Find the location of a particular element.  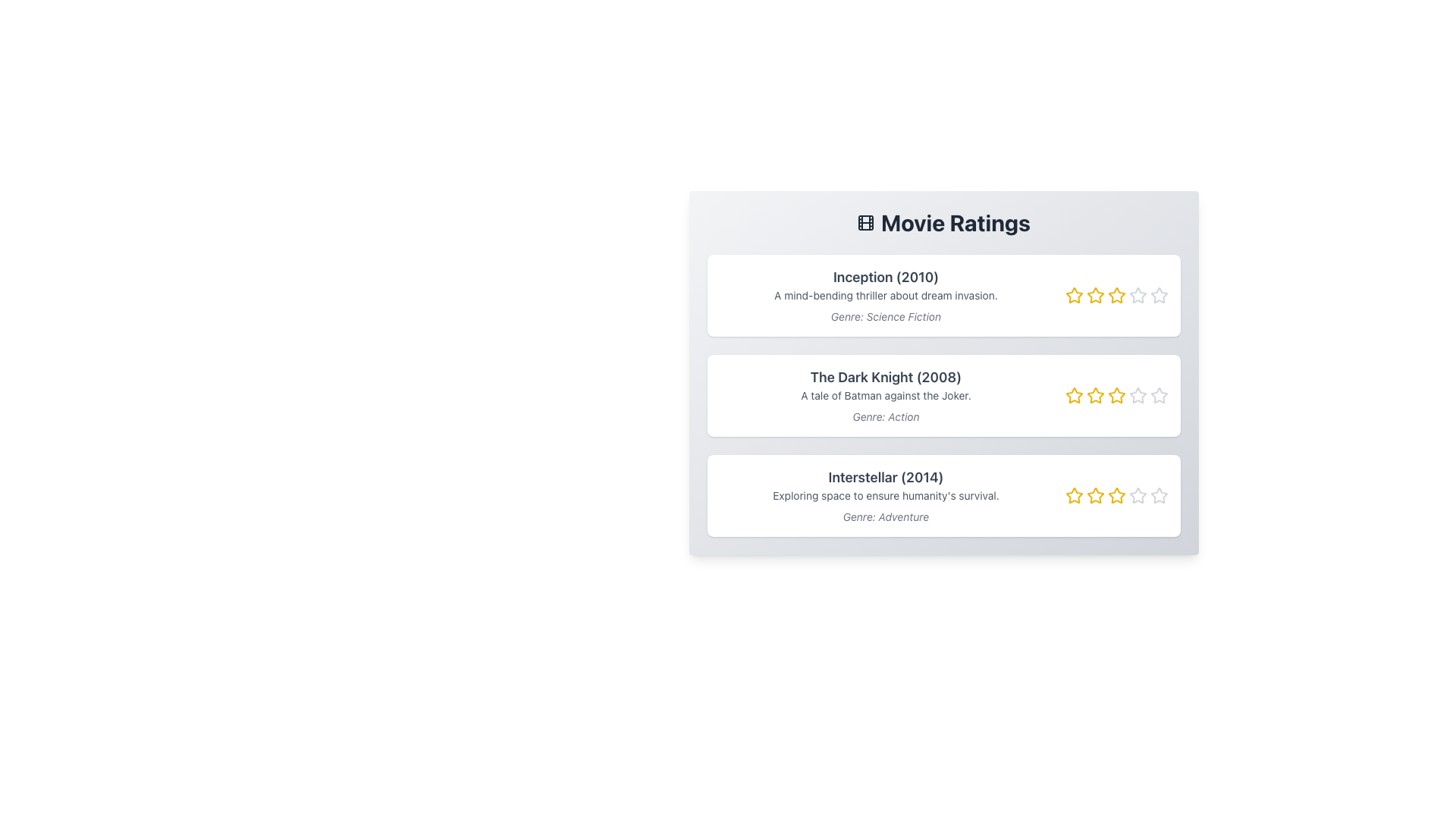

the first star icon in the rating row for the movie 'Inception (2010)' is located at coordinates (1073, 295).